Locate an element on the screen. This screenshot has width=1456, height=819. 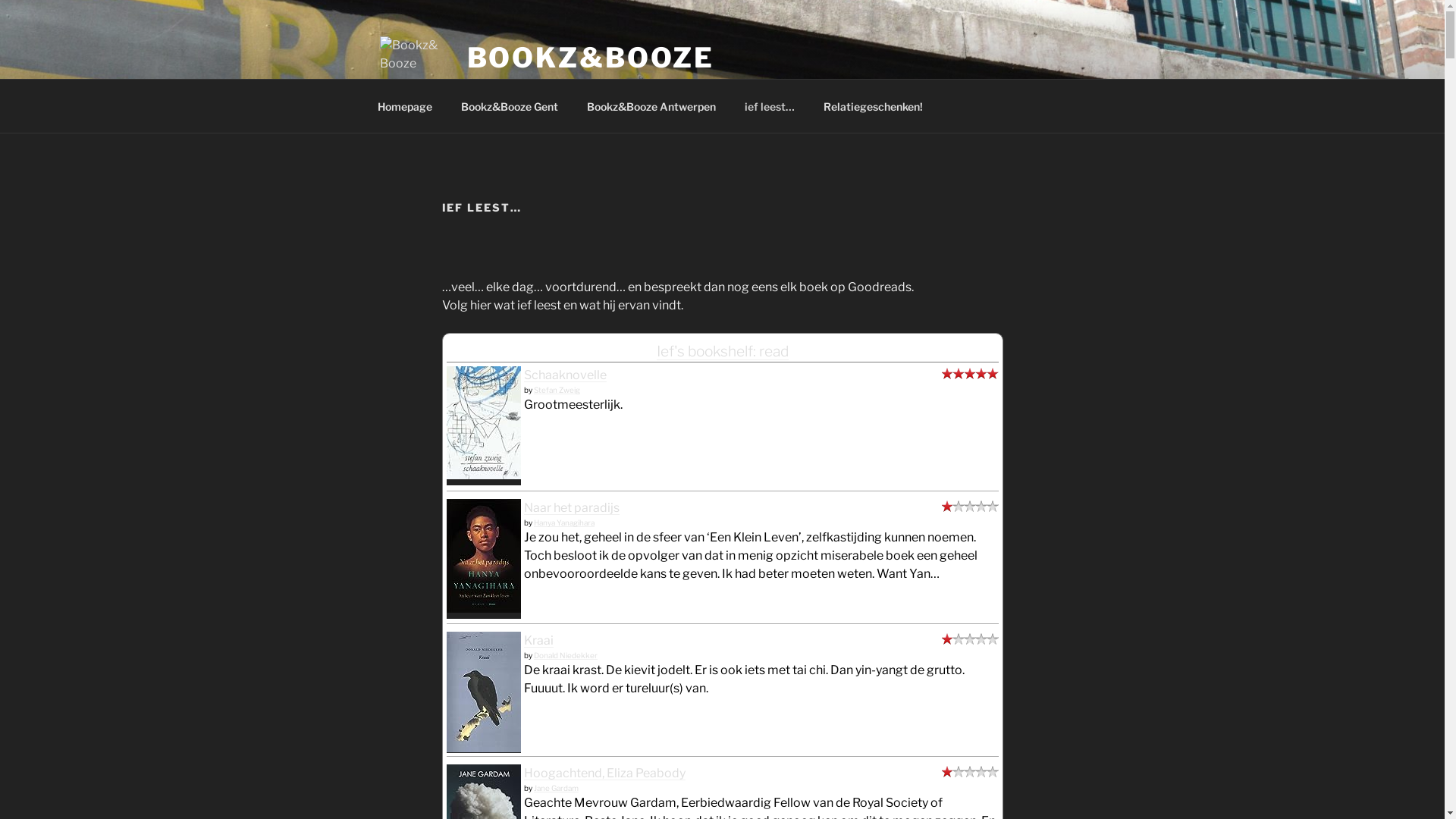
'Bookz&Booze Gent' is located at coordinates (509, 105).